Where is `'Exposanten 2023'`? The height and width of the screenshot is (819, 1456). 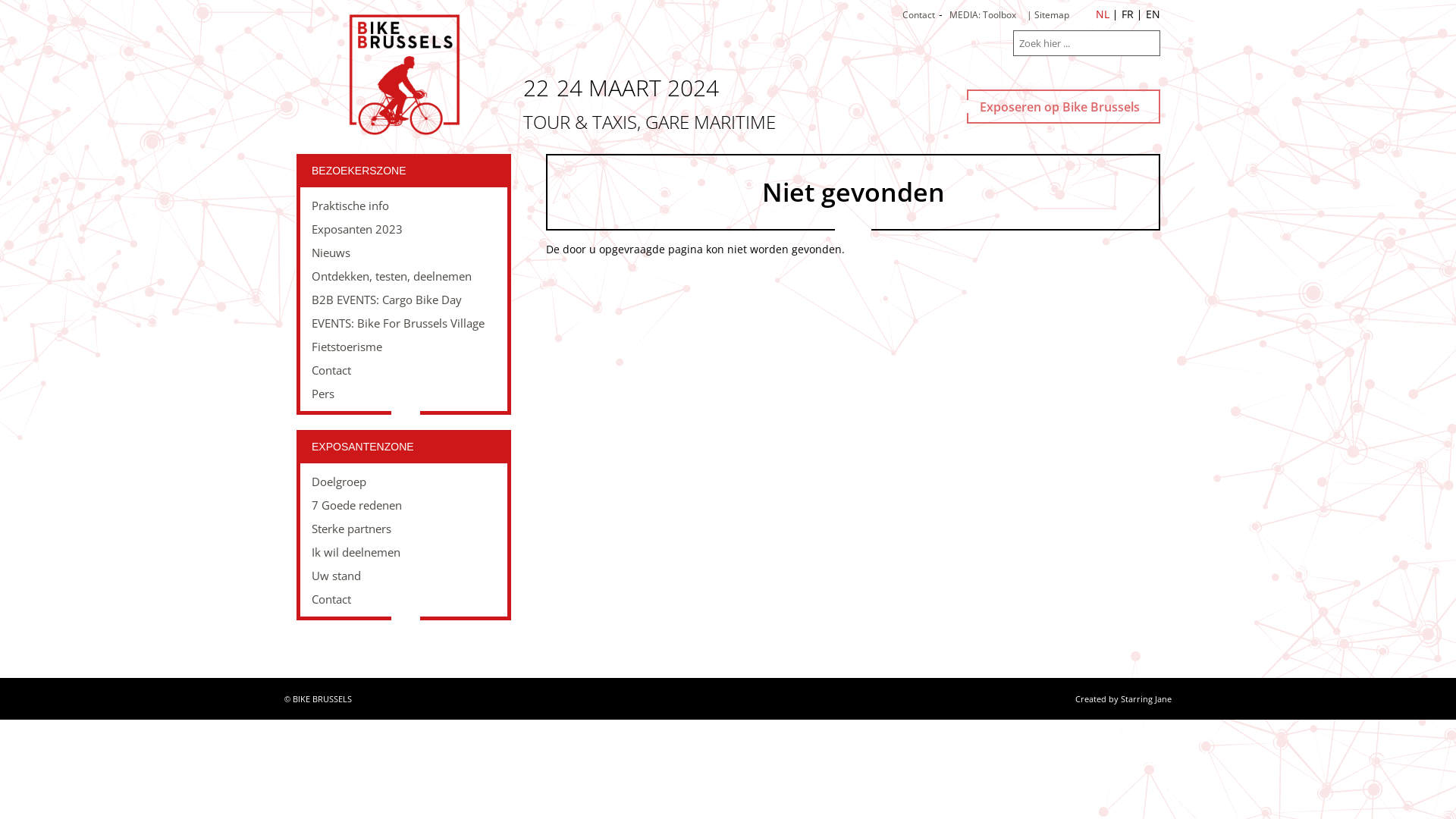
'Exposanten 2023' is located at coordinates (300, 229).